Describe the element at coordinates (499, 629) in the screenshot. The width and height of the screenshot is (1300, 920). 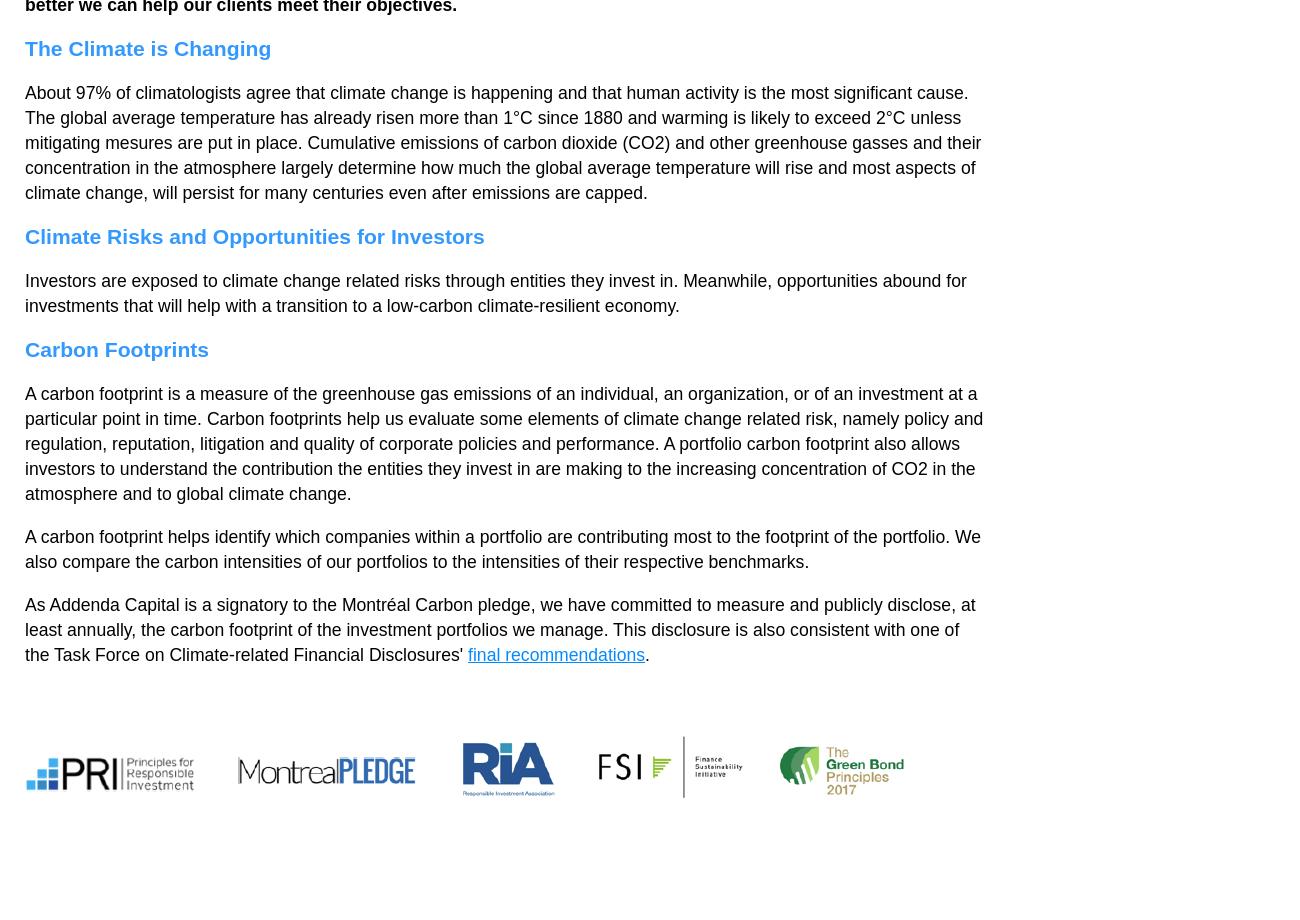
I see `'As Addenda Capital is a signatory to the Montréal Carbon pledge, we have committed to measure and publicly disclose, at least annually, the carbon footprint of the investment portfolios we manage. This disclosure is also consistent with one of the Task Force on Climate-related Financial Disclosures''` at that location.